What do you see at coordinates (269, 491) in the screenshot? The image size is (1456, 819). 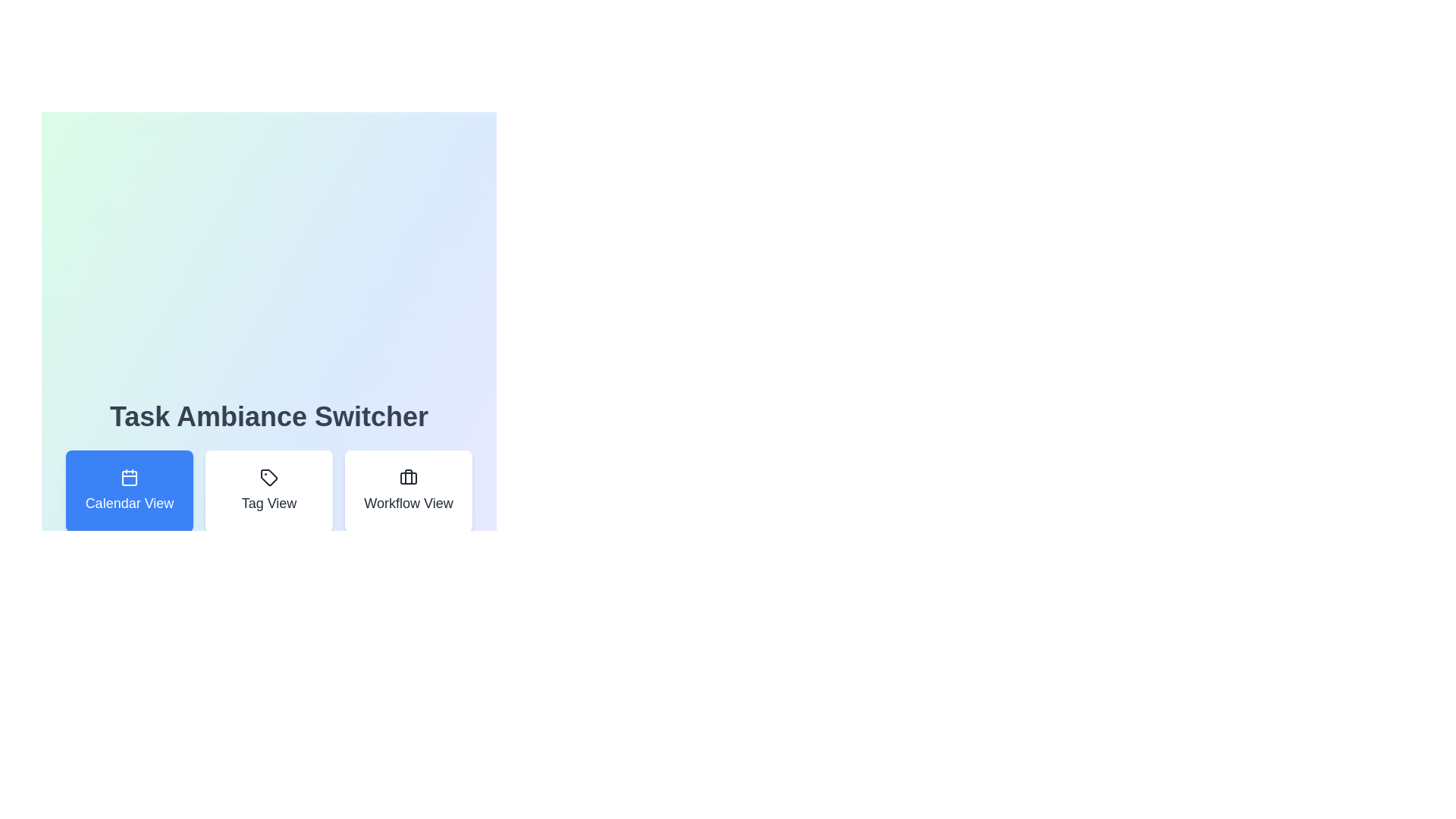 I see `the 'Tag View' Card Button located at the center of the bottom part of the interface to switch to Tag View mode` at bounding box center [269, 491].